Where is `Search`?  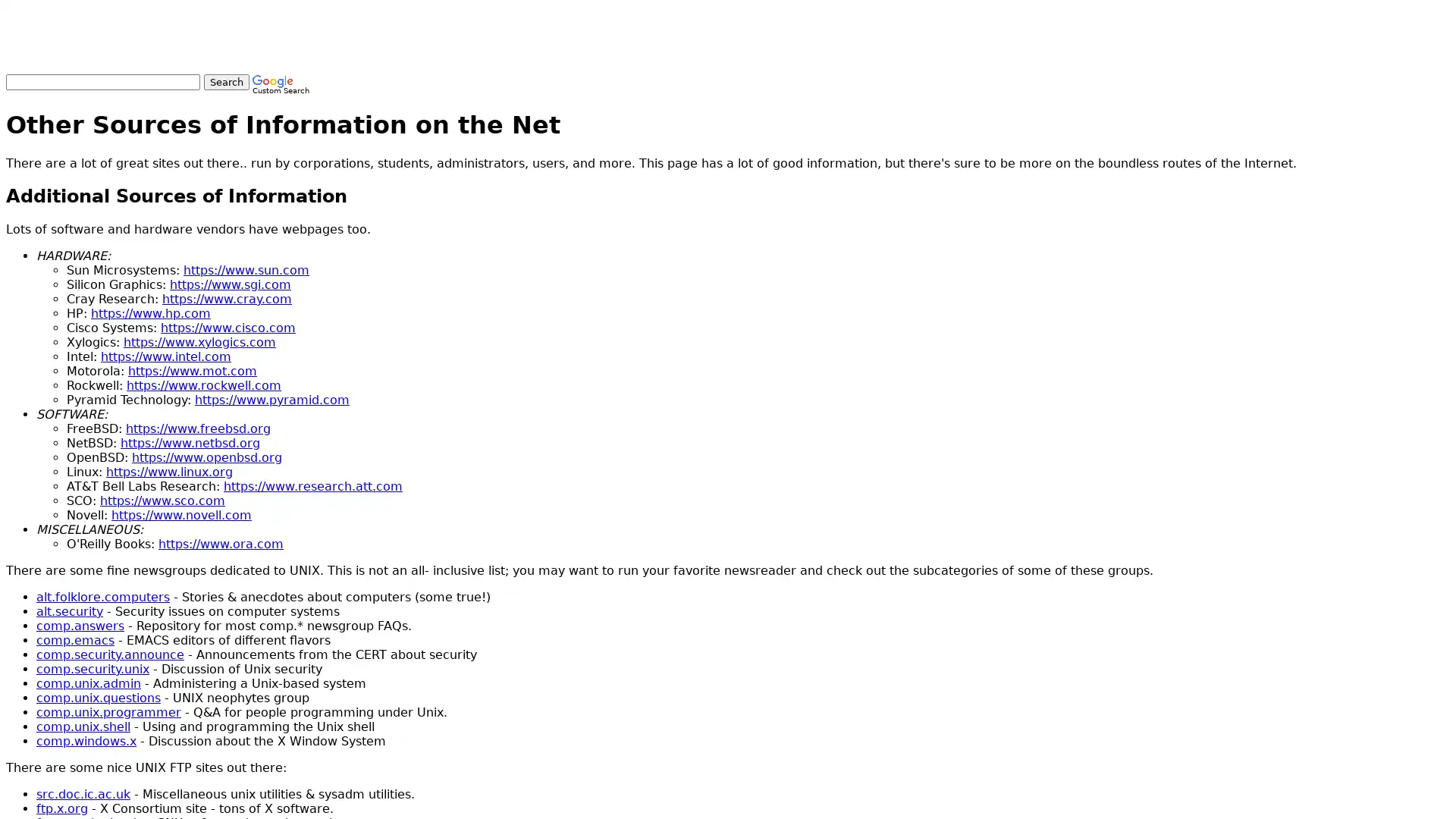
Search is located at coordinates (225, 82).